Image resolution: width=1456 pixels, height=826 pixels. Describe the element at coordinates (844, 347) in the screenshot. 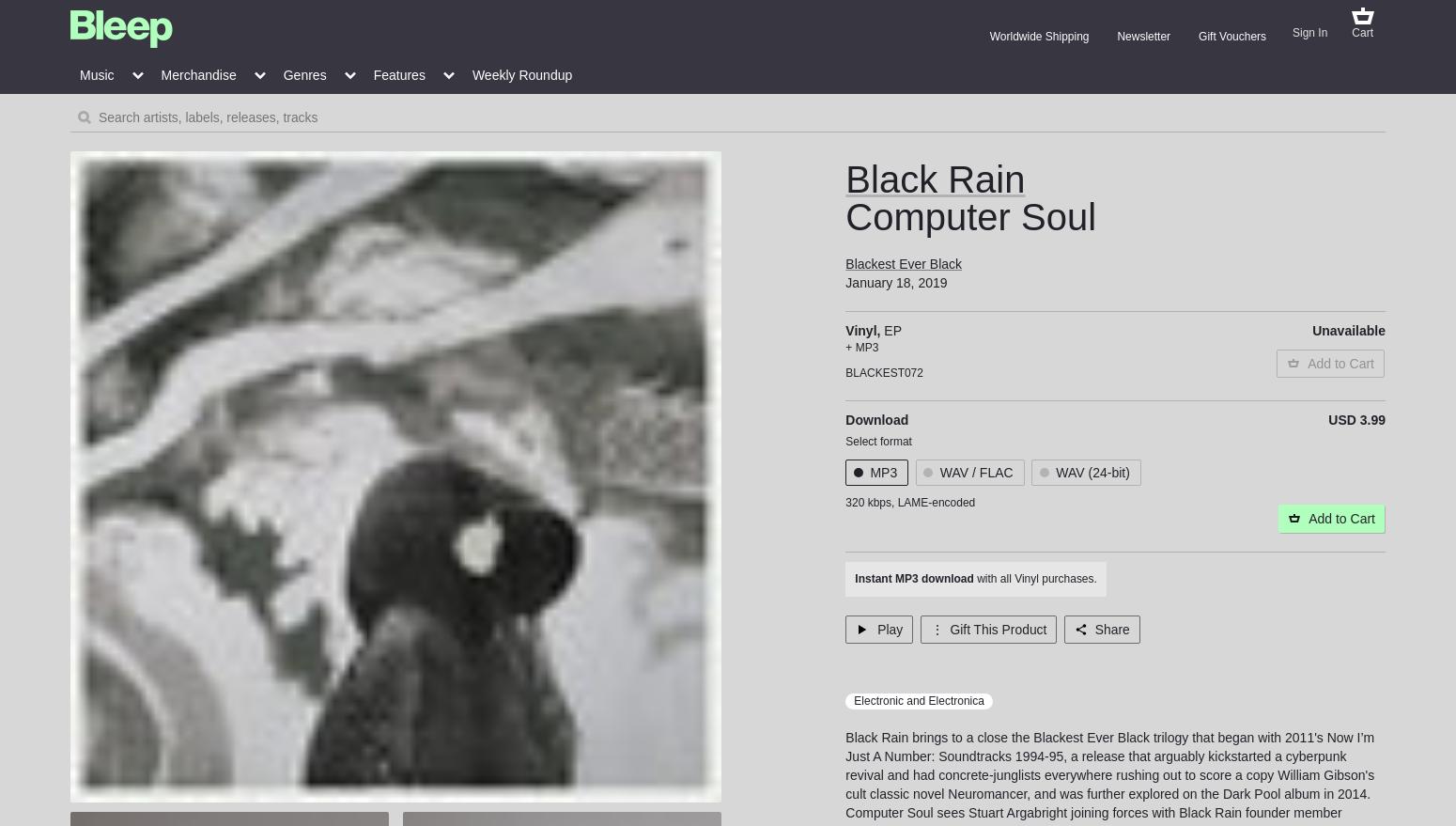

I see `'+ MP3'` at that location.